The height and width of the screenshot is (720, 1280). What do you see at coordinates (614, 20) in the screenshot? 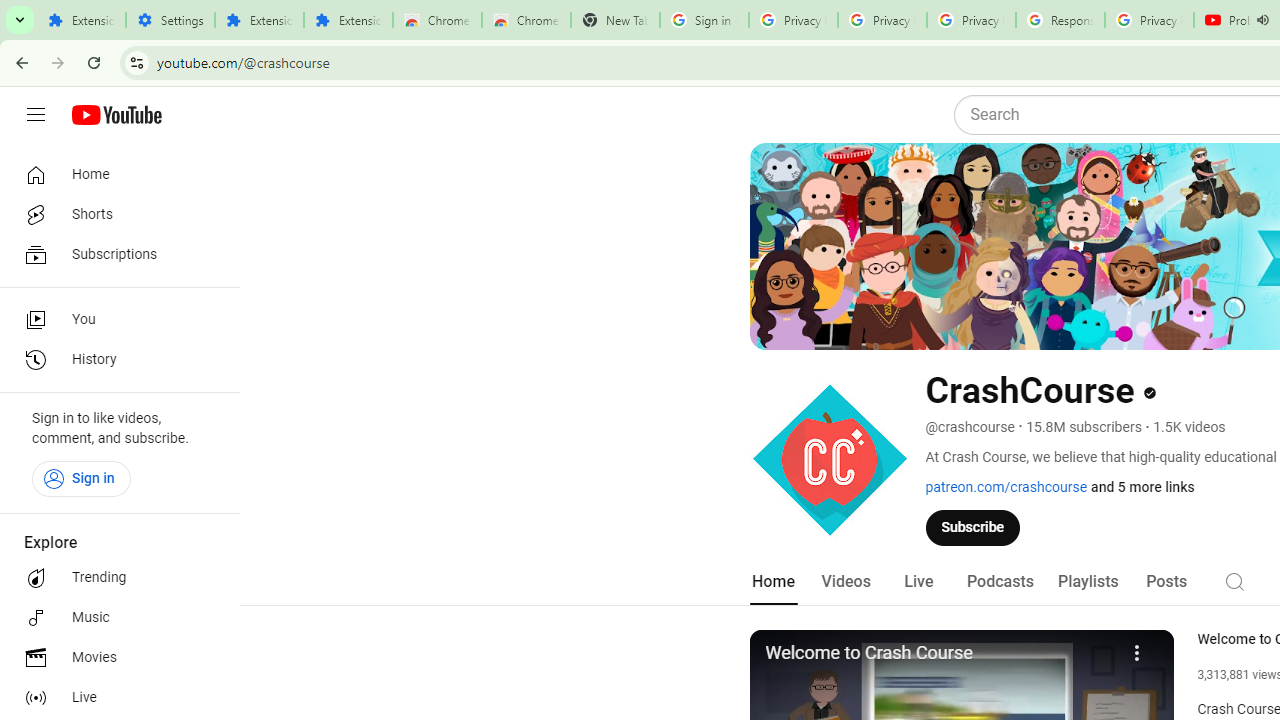
I see `'New Tab'` at bounding box center [614, 20].